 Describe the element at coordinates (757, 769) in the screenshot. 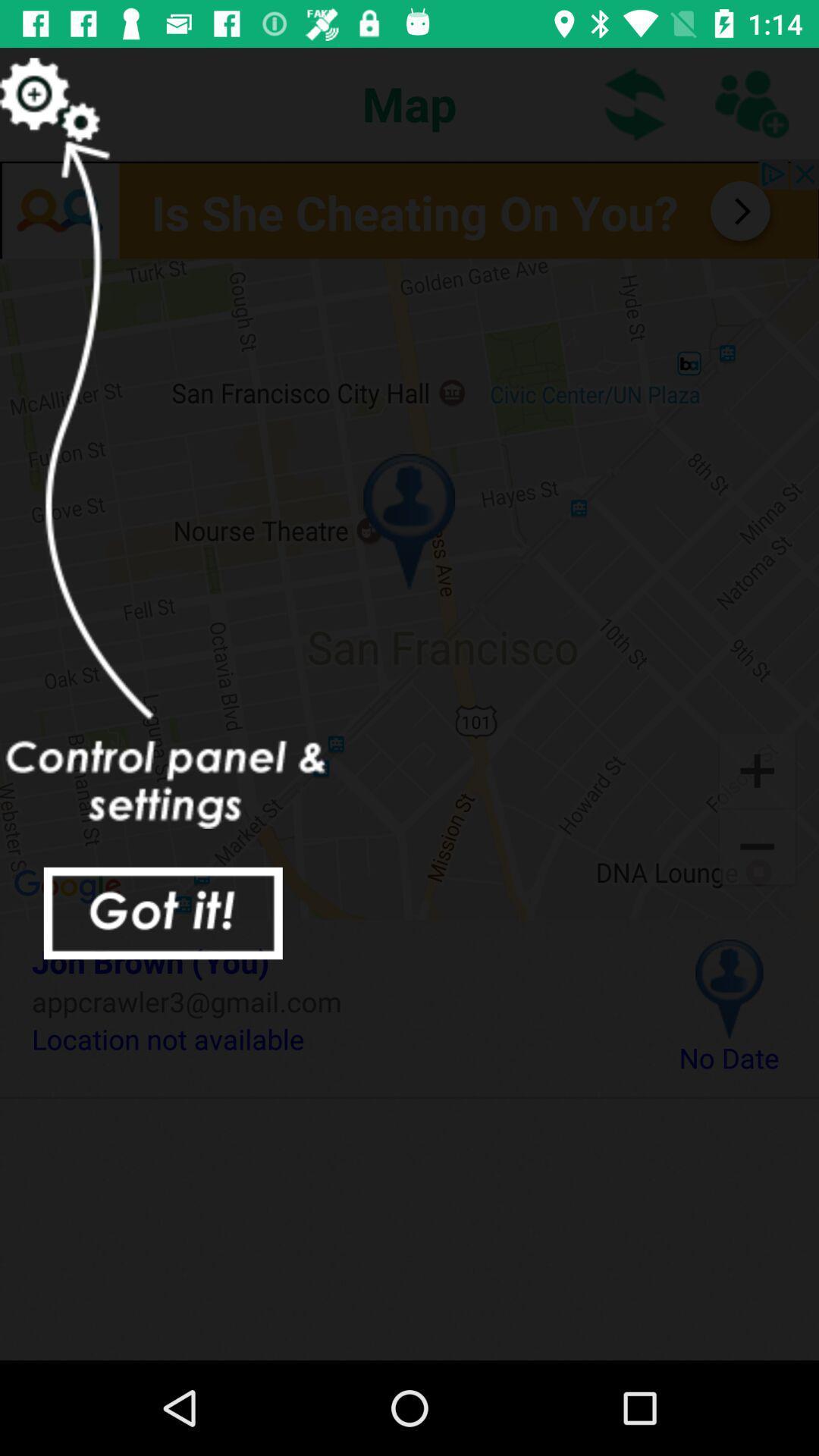

I see `the add icon` at that location.